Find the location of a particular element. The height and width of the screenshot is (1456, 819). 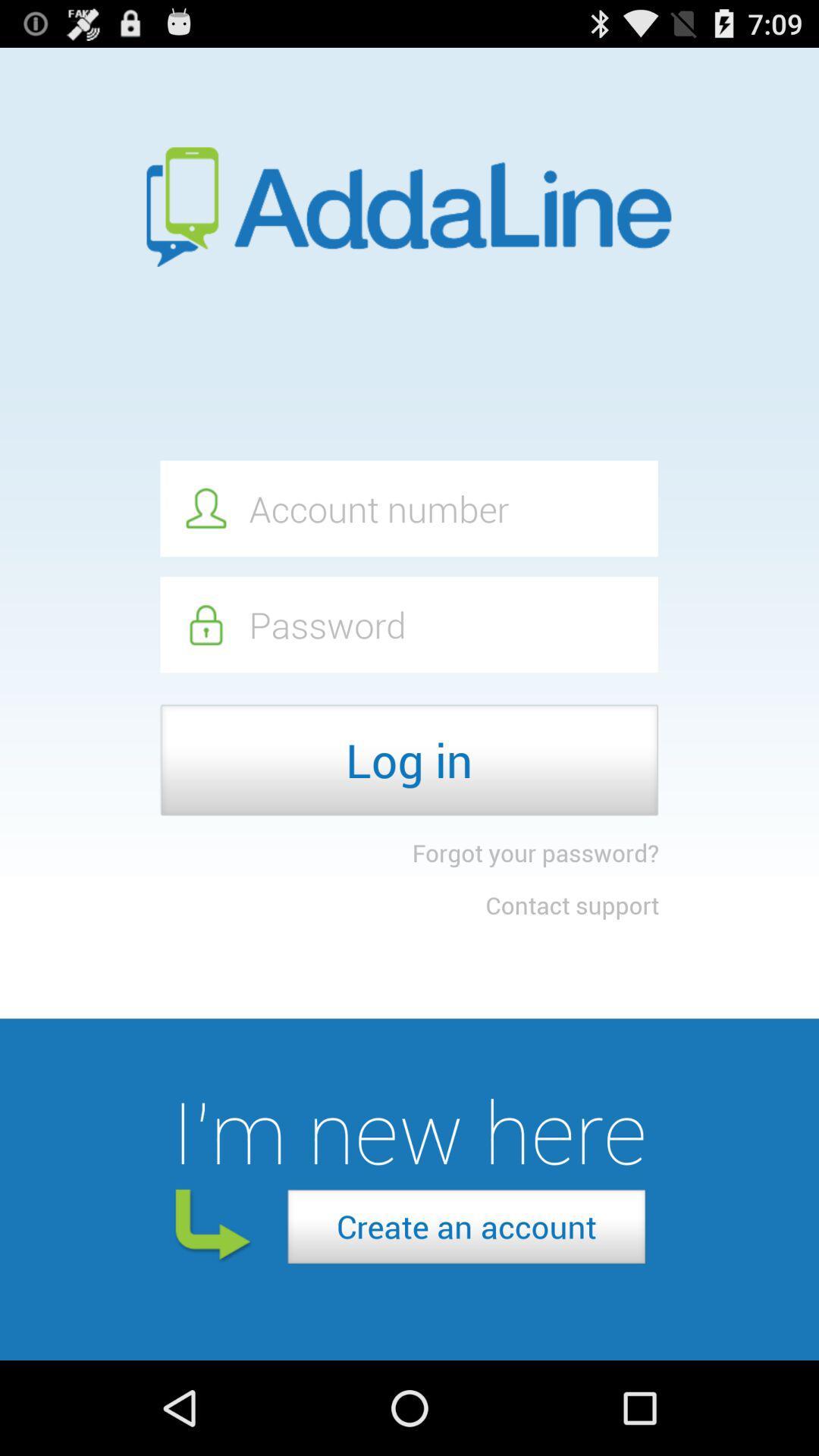

the log in is located at coordinates (408, 760).